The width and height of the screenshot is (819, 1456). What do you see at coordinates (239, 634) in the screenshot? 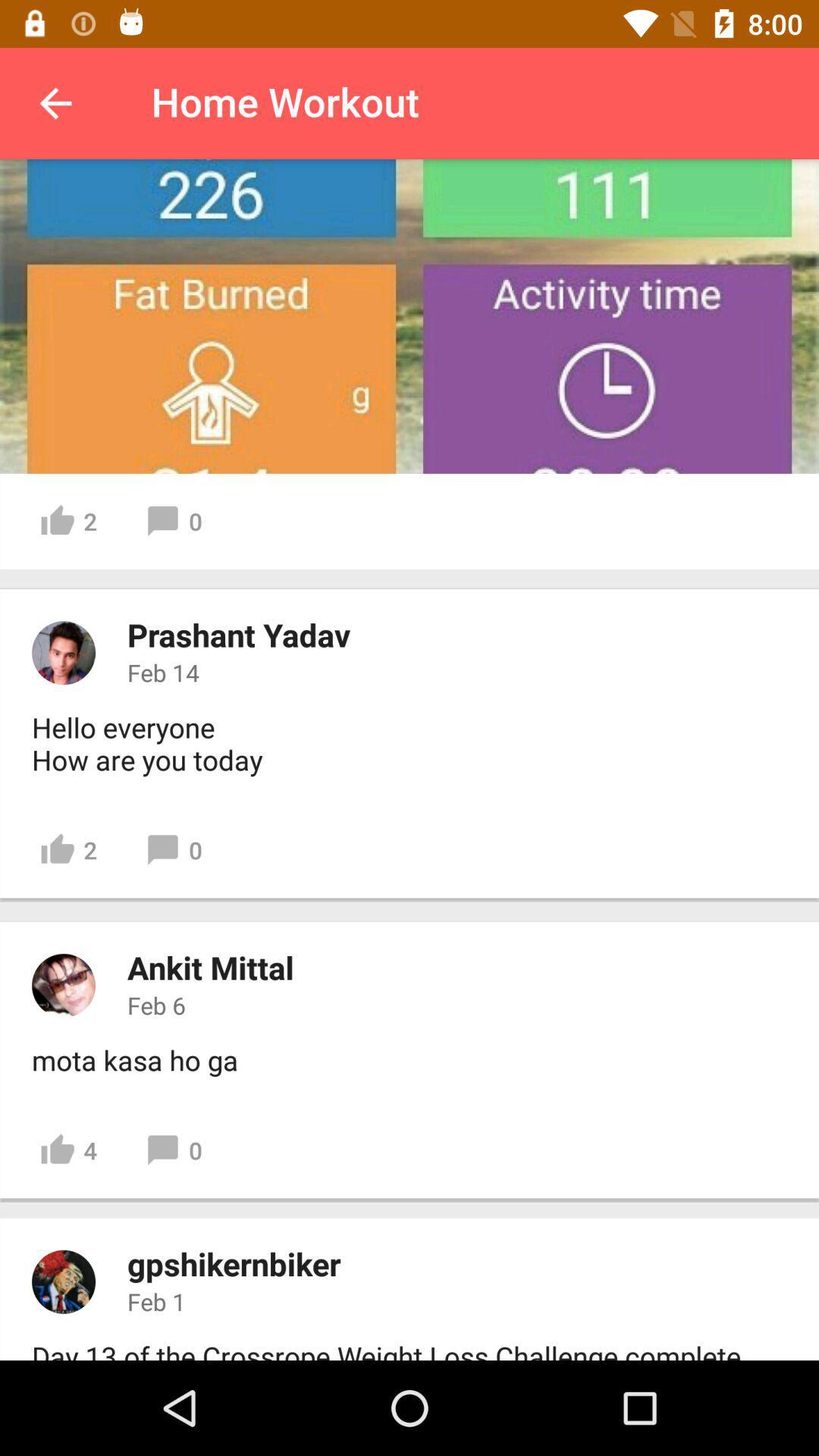
I see `icon below 2 icon` at bounding box center [239, 634].